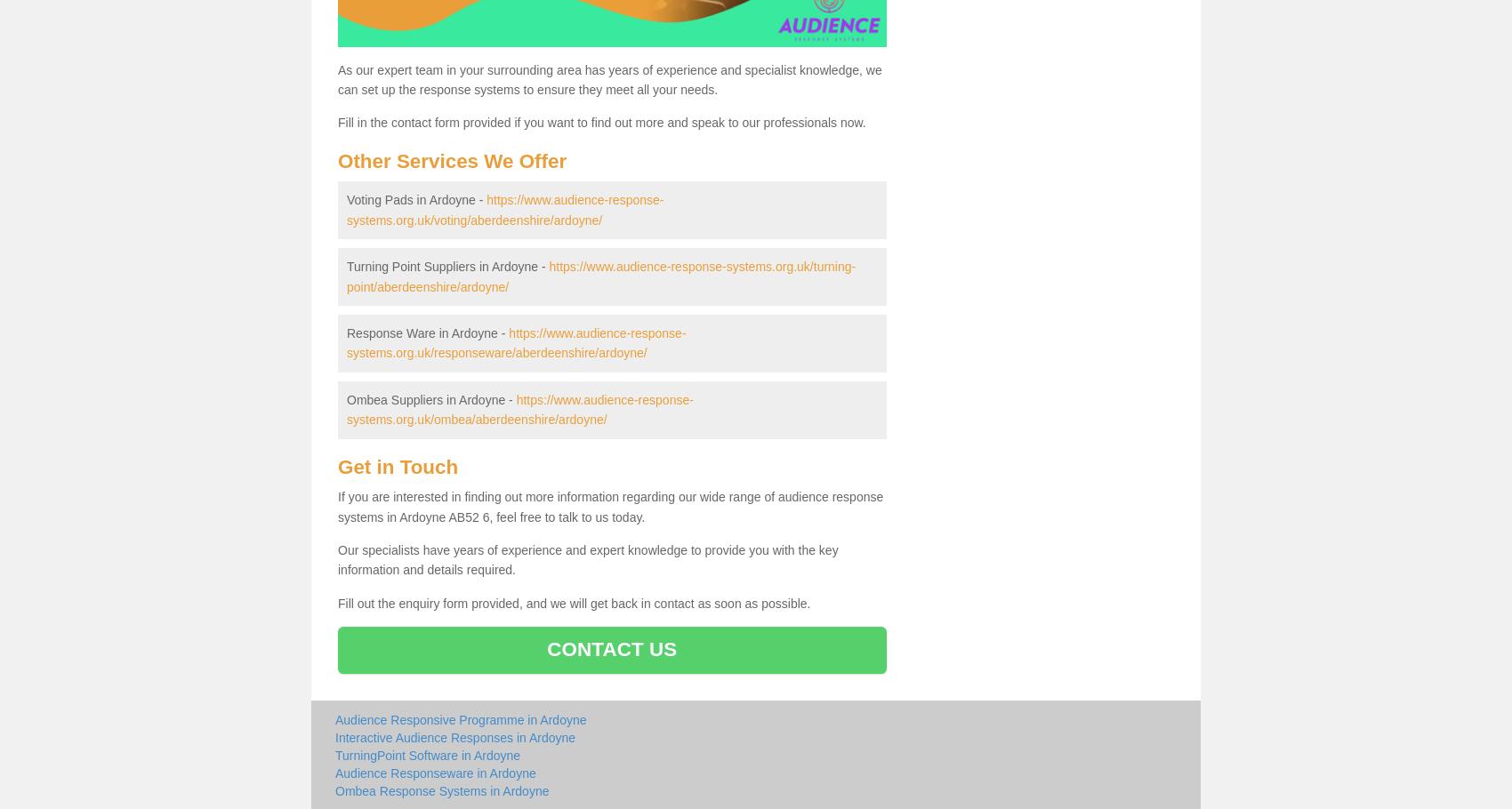 This screenshot has height=809, width=1512. I want to click on 'Voting Pads in Ardoyne -', so click(416, 199).